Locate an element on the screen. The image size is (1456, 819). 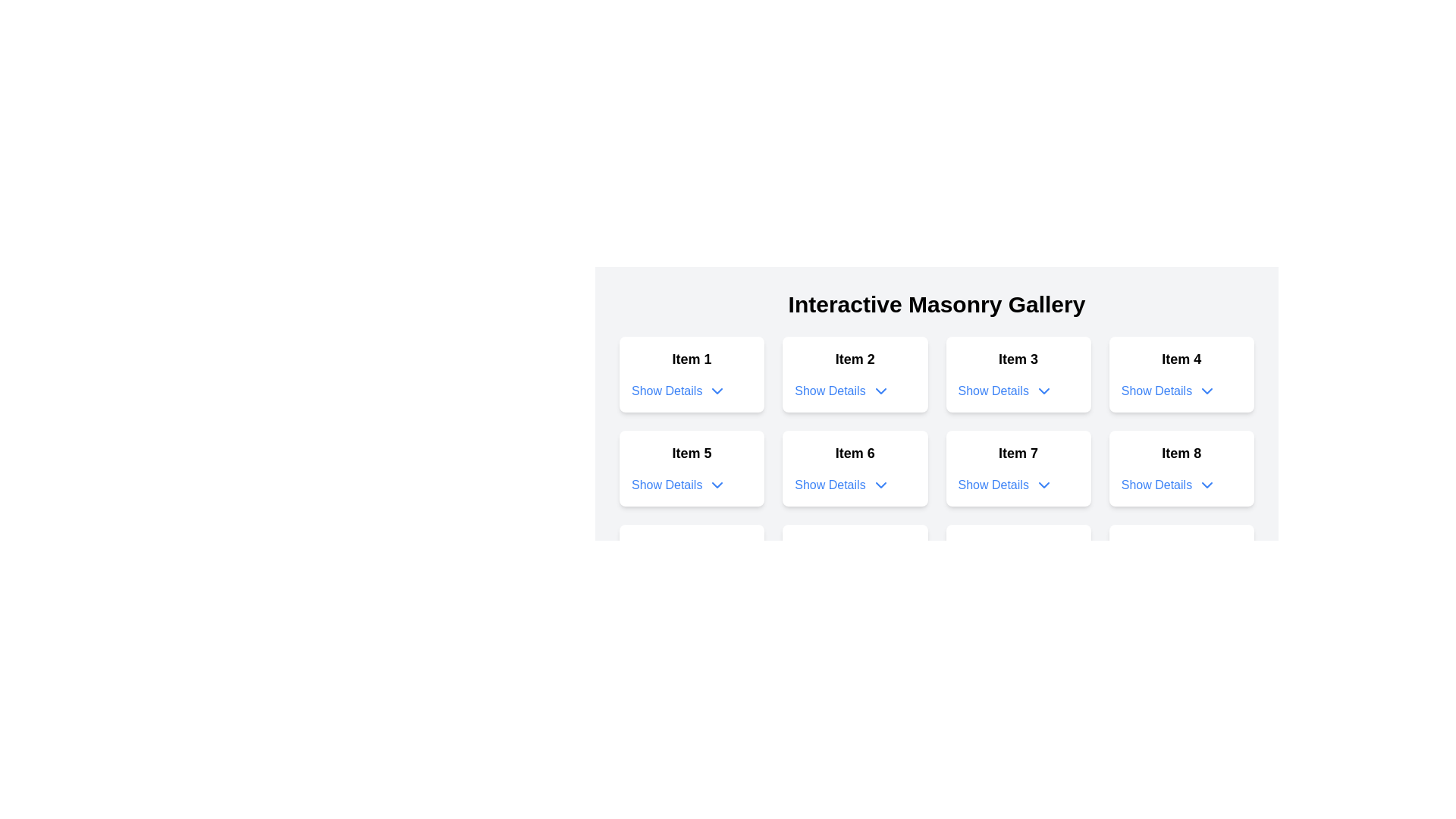
the 'Show Details' link located in the second row, third column of the grid under 'Interactive Masonry Gallery' is located at coordinates (993, 391).